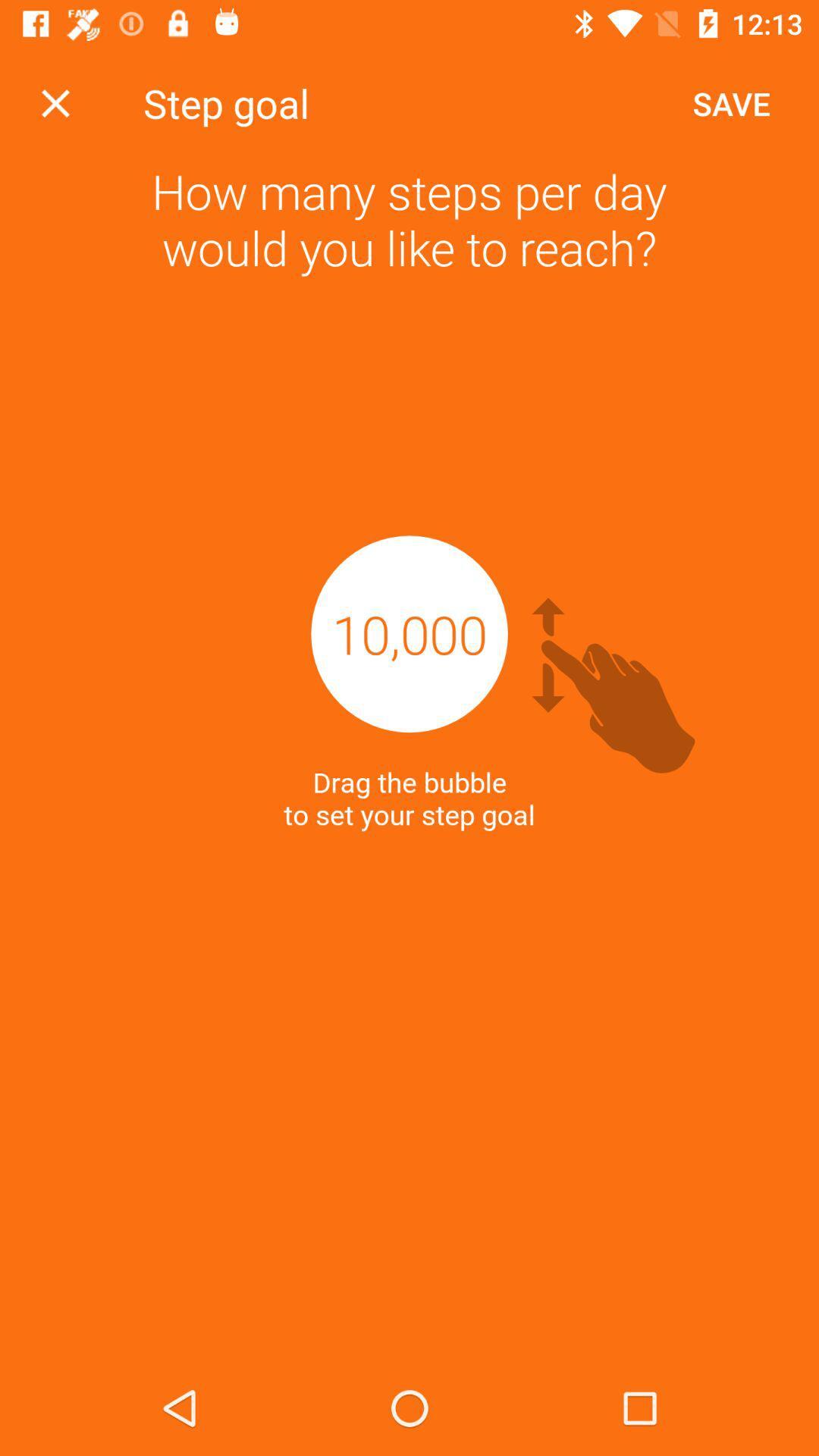 The width and height of the screenshot is (819, 1456). What do you see at coordinates (730, 102) in the screenshot?
I see `the item at the top right corner` at bounding box center [730, 102].